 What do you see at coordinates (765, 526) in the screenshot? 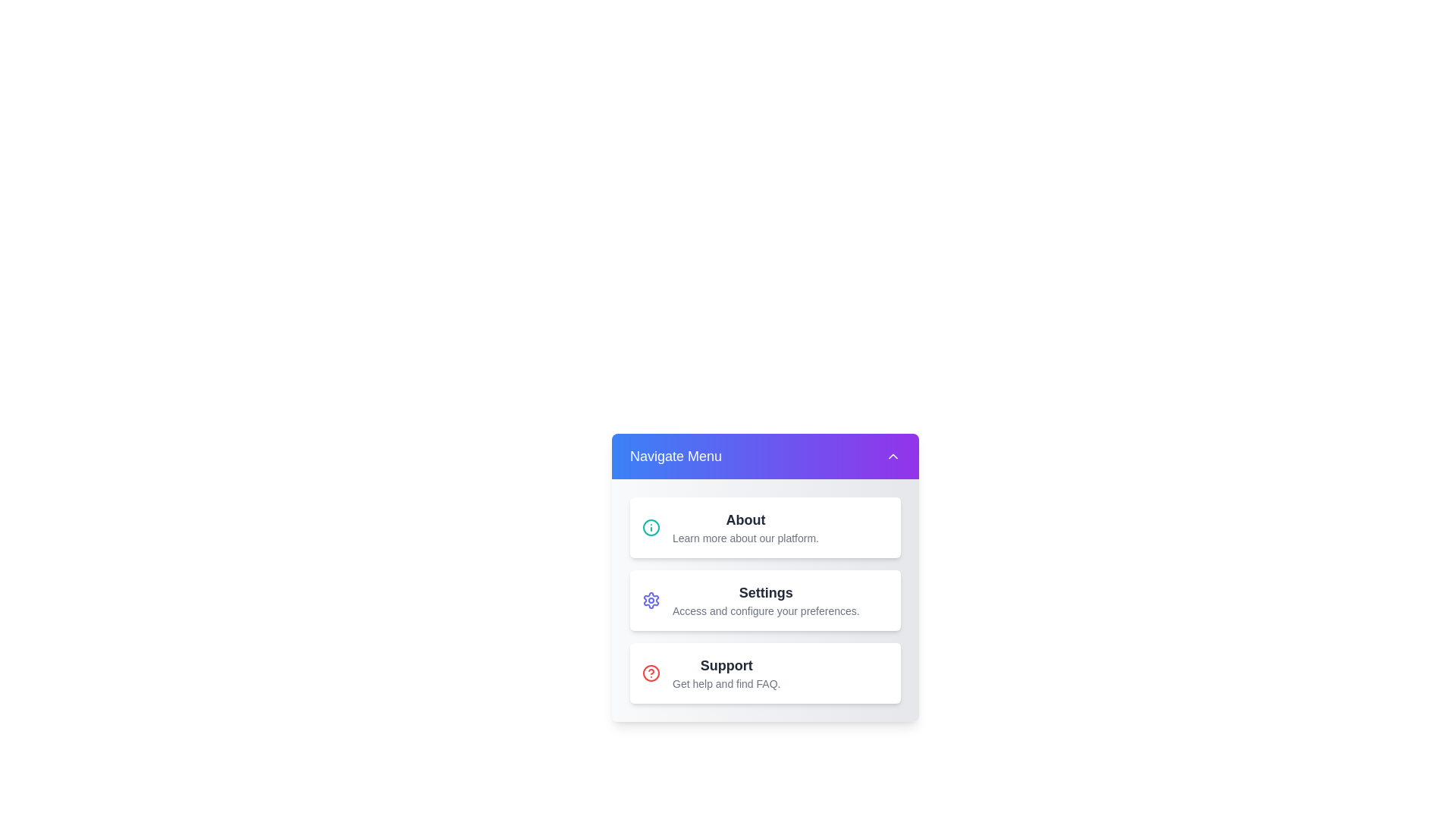
I see `the menu item About to observe hover effects` at bounding box center [765, 526].